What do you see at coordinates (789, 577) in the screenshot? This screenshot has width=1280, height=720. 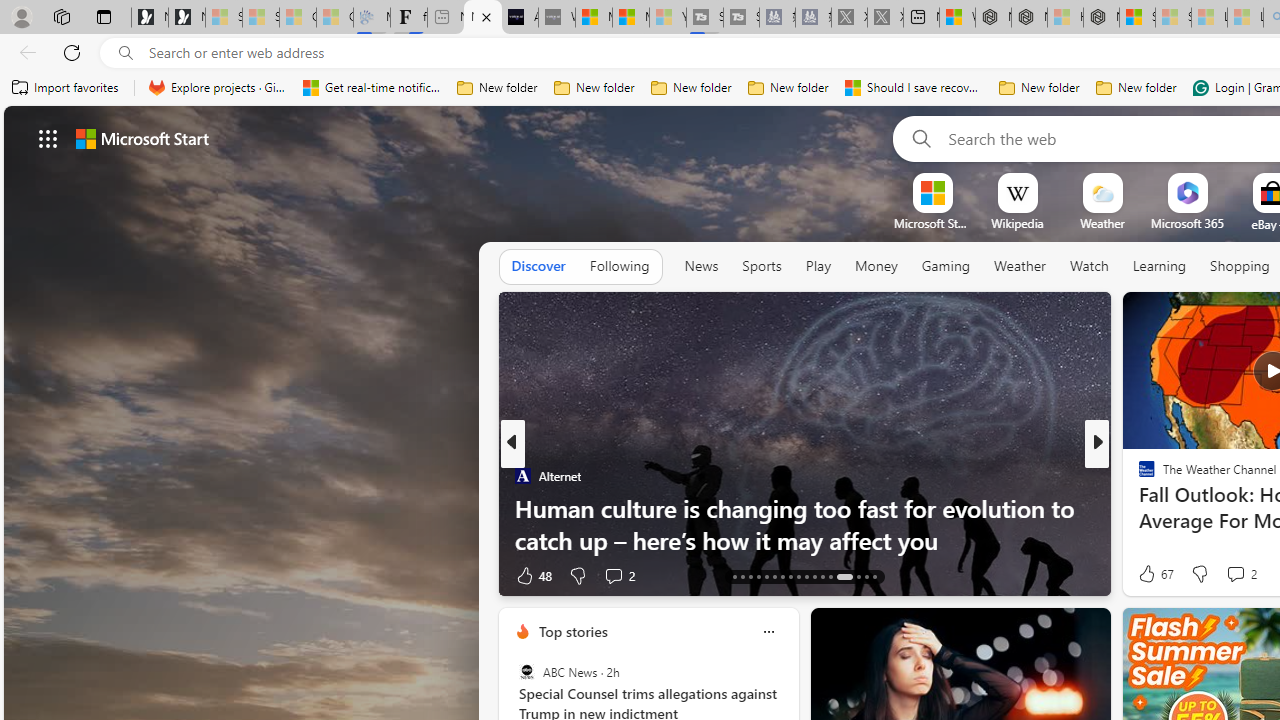 I see `'AutomationID: tab-24'` at bounding box center [789, 577].